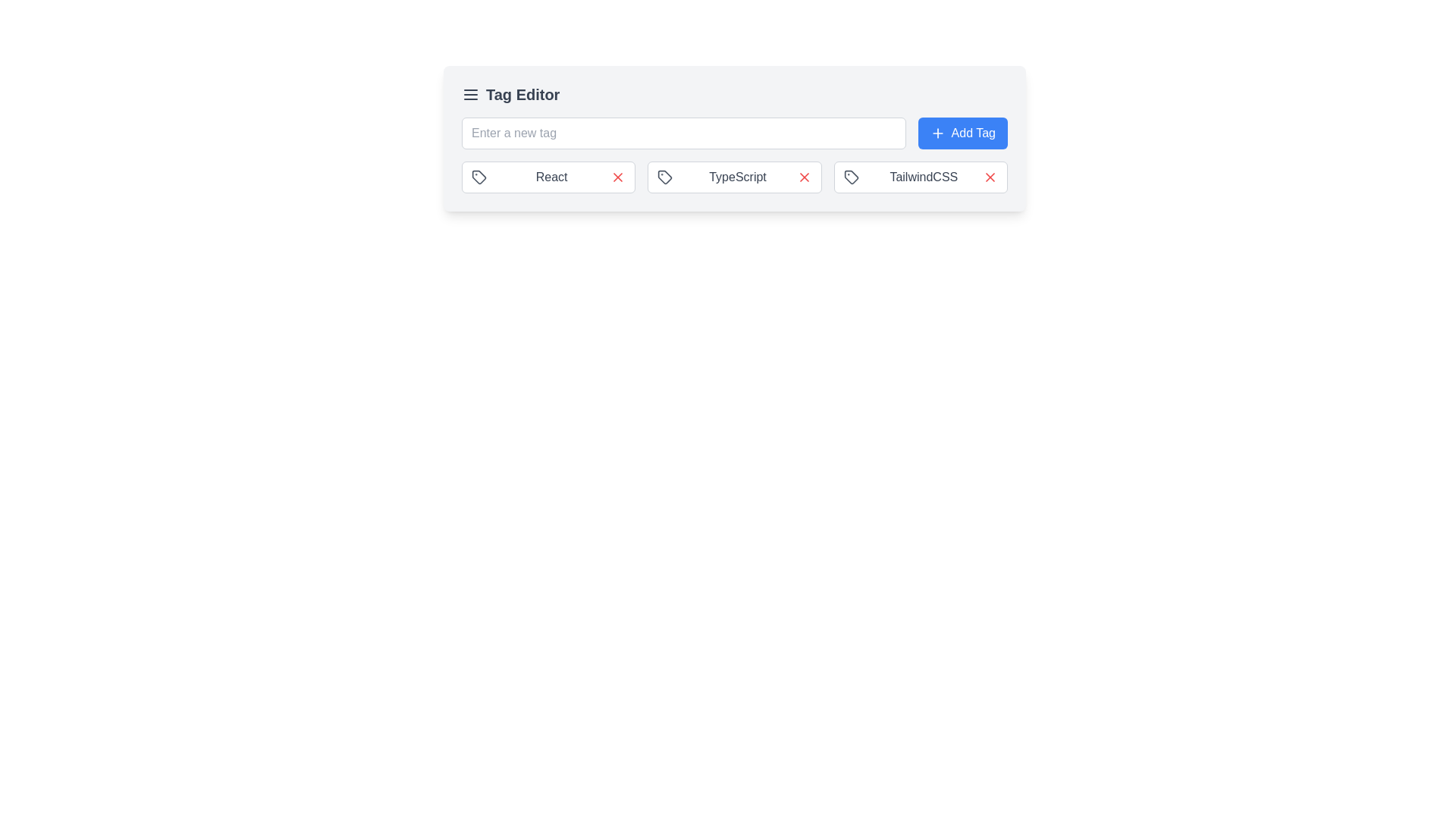  I want to click on the text label 'TypeScript', so click(738, 177).